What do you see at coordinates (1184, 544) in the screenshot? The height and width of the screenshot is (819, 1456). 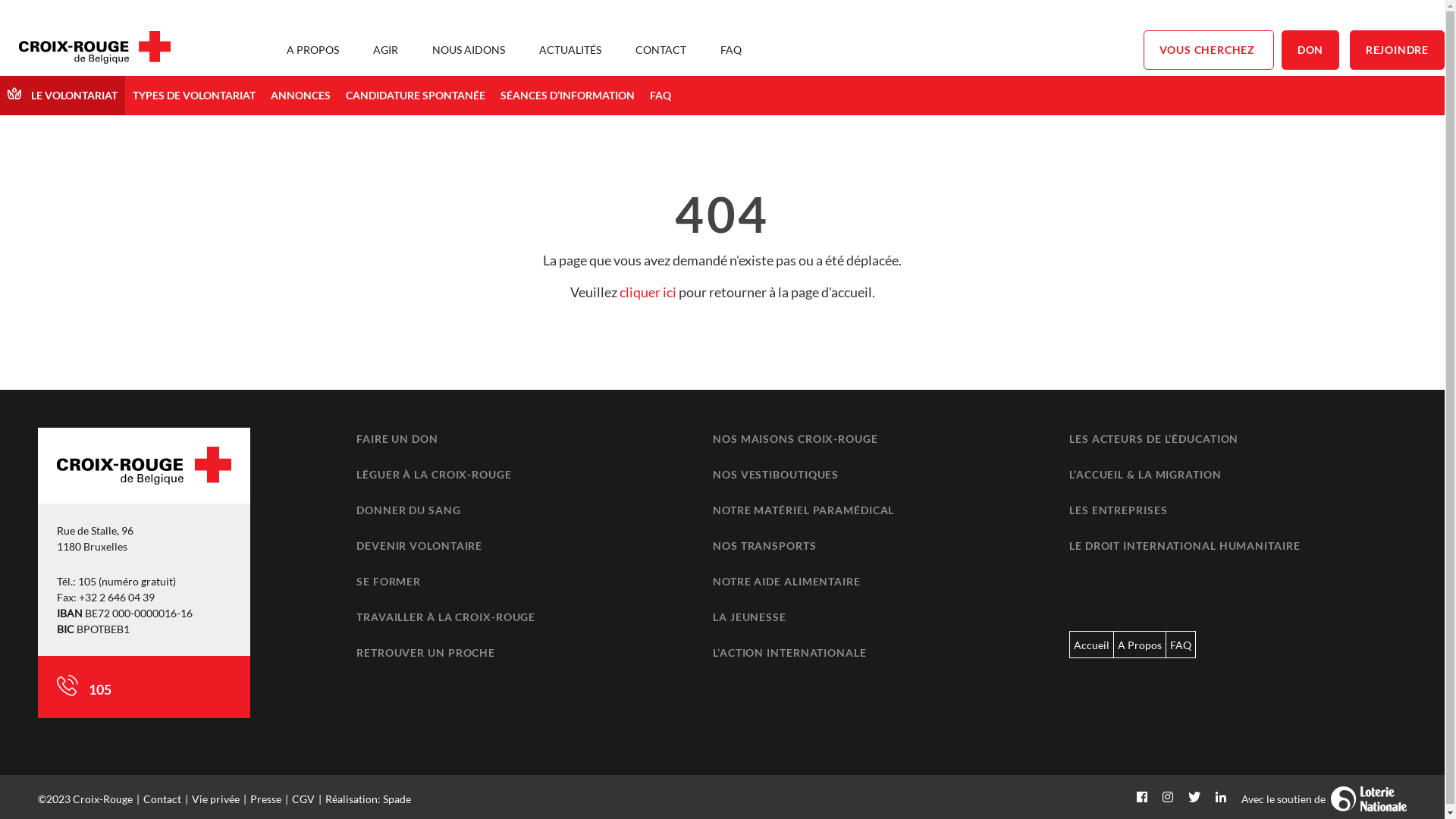 I see `'LE DROIT INTERNATIONAL HUMANITAIRE'` at bounding box center [1184, 544].